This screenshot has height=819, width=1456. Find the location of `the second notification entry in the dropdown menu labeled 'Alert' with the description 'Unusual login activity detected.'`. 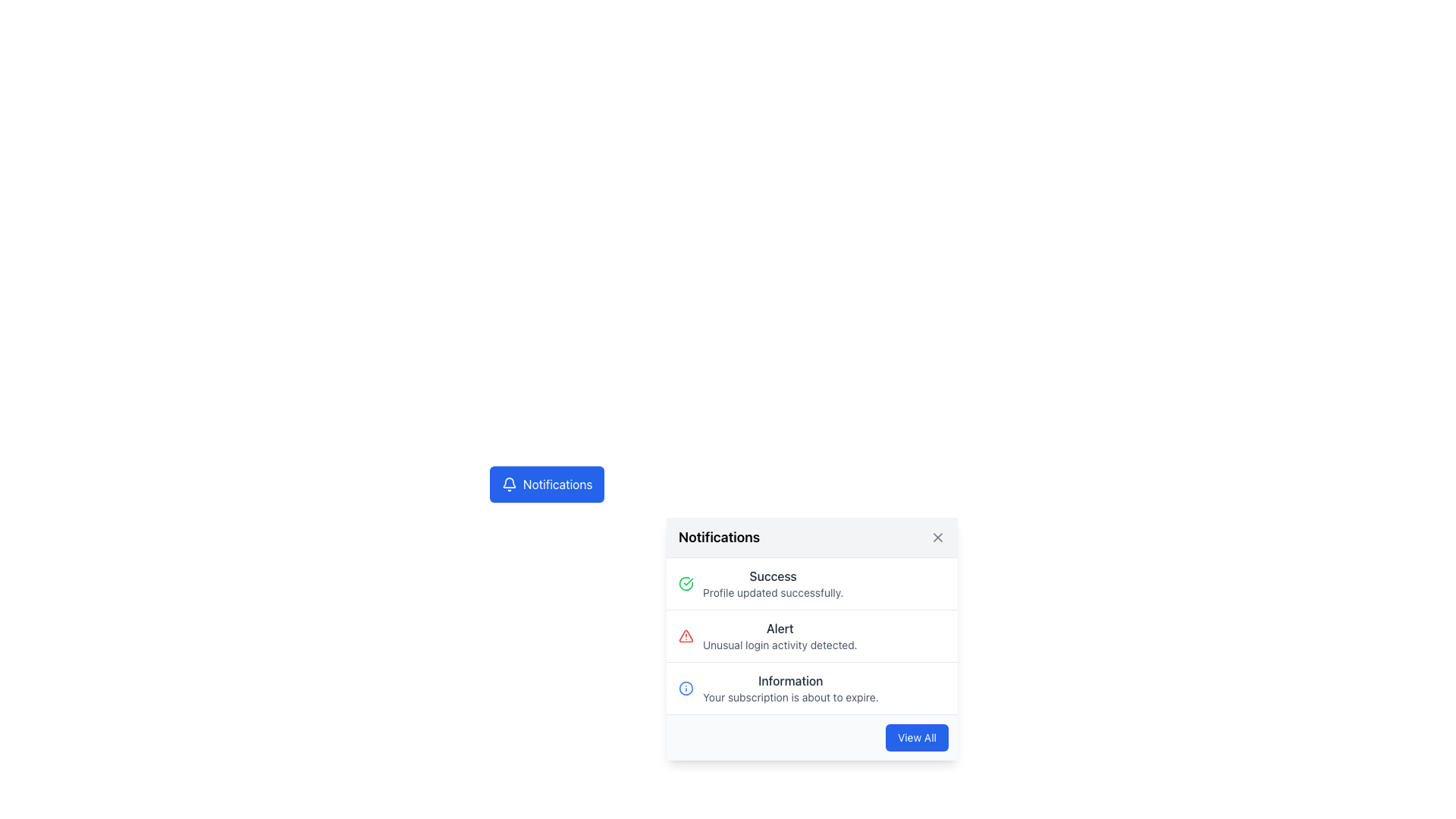

the second notification entry in the dropdown menu labeled 'Alert' with the description 'Unusual login activity detected.' is located at coordinates (811, 636).